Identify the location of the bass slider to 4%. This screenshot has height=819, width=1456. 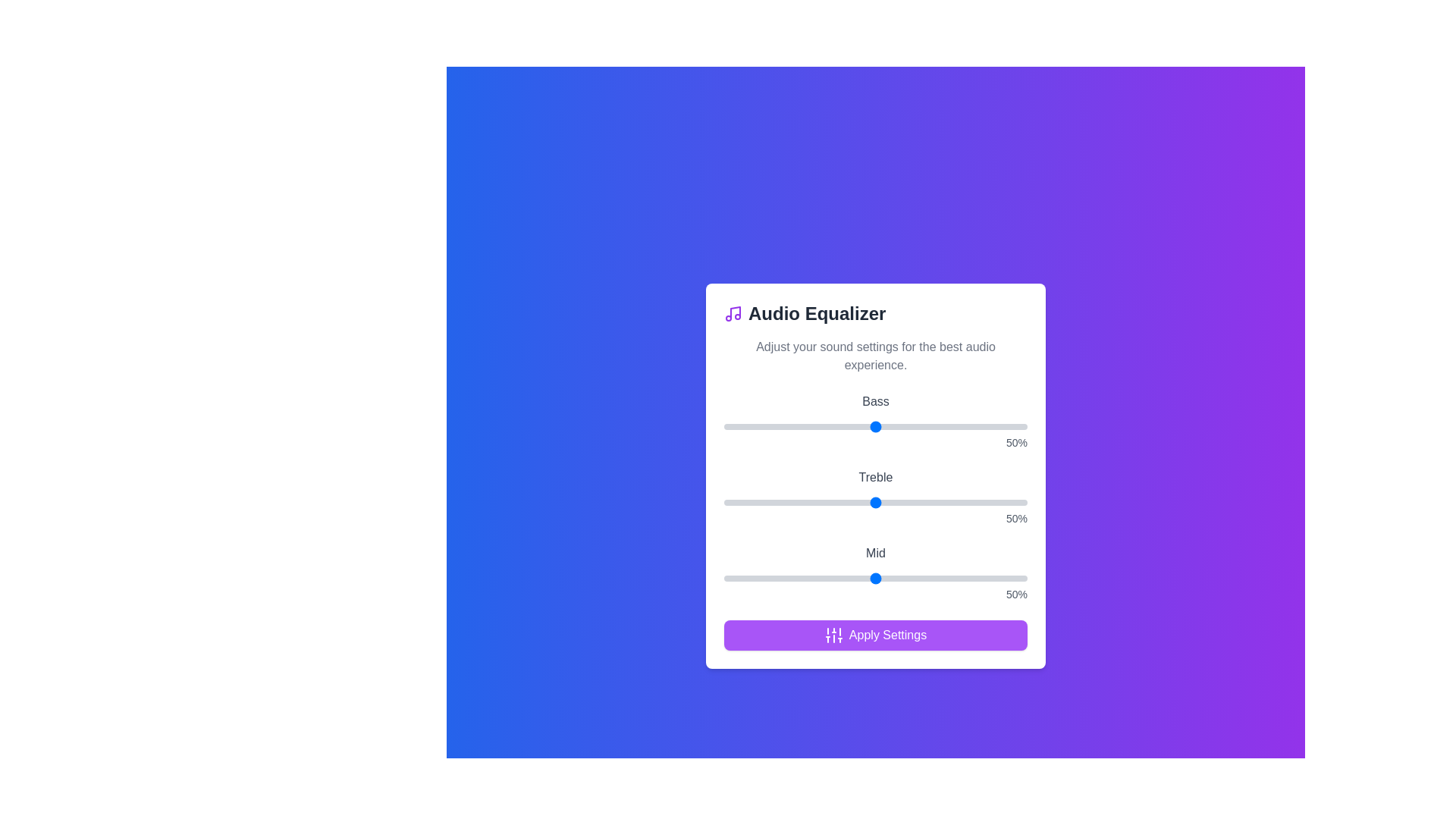
(736, 427).